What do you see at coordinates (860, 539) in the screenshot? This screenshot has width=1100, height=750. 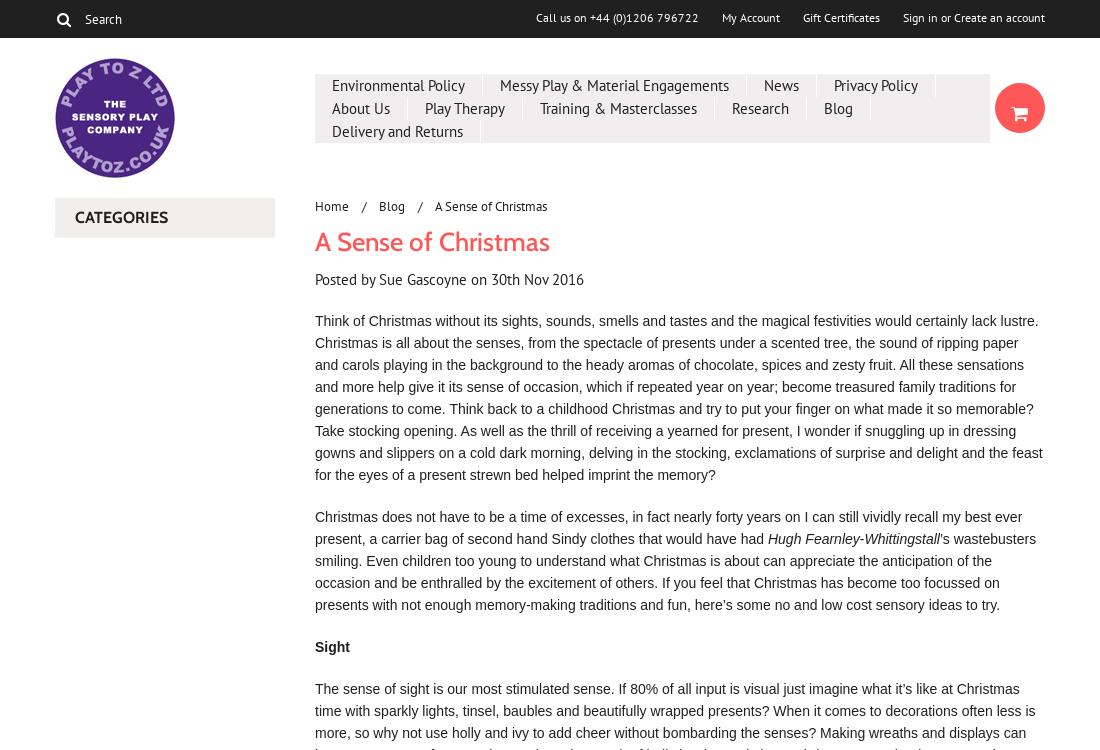 I see `'-'` at bounding box center [860, 539].